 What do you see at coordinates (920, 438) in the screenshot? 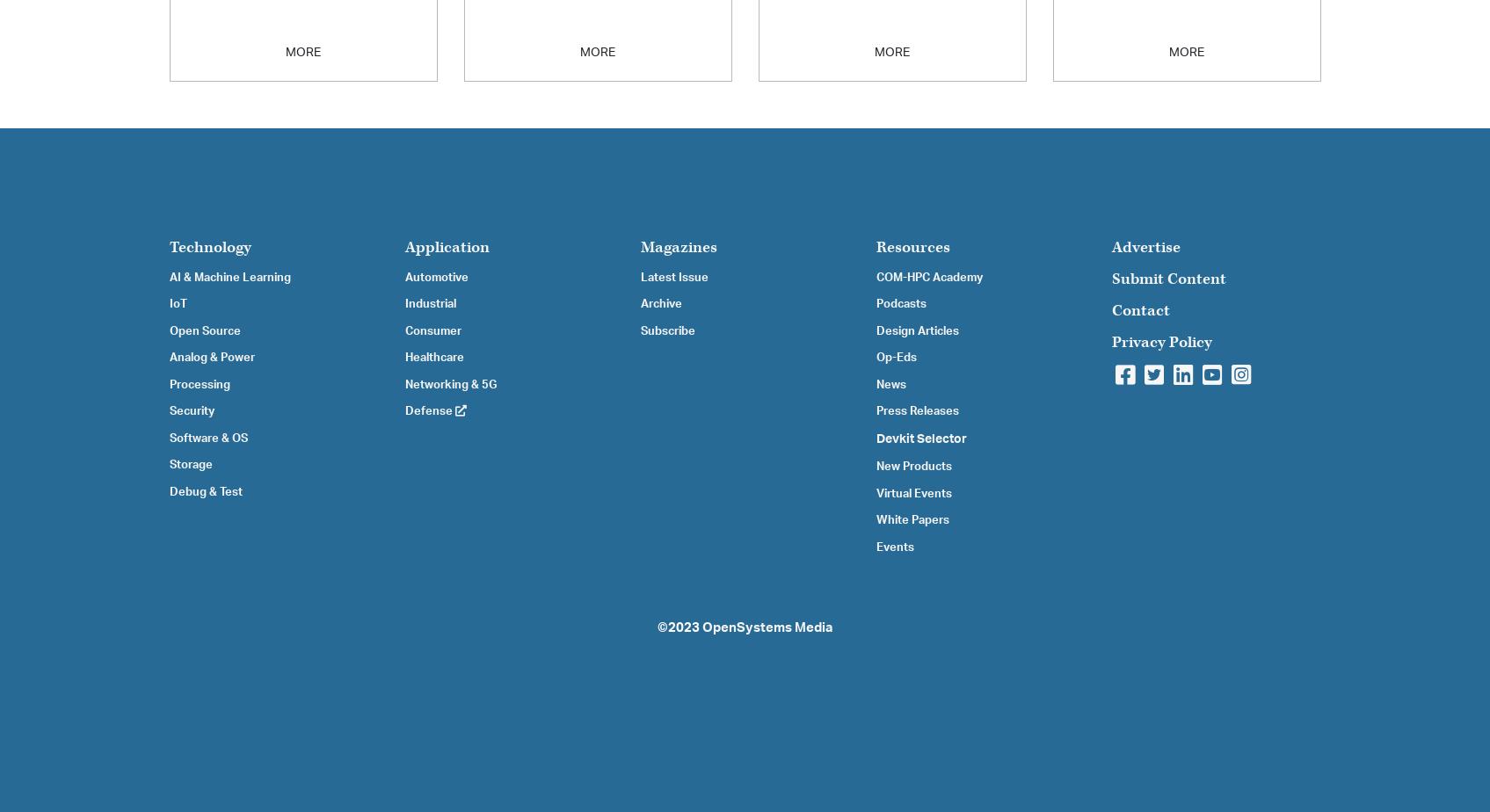
I see `'Devkit Selector'` at bounding box center [920, 438].